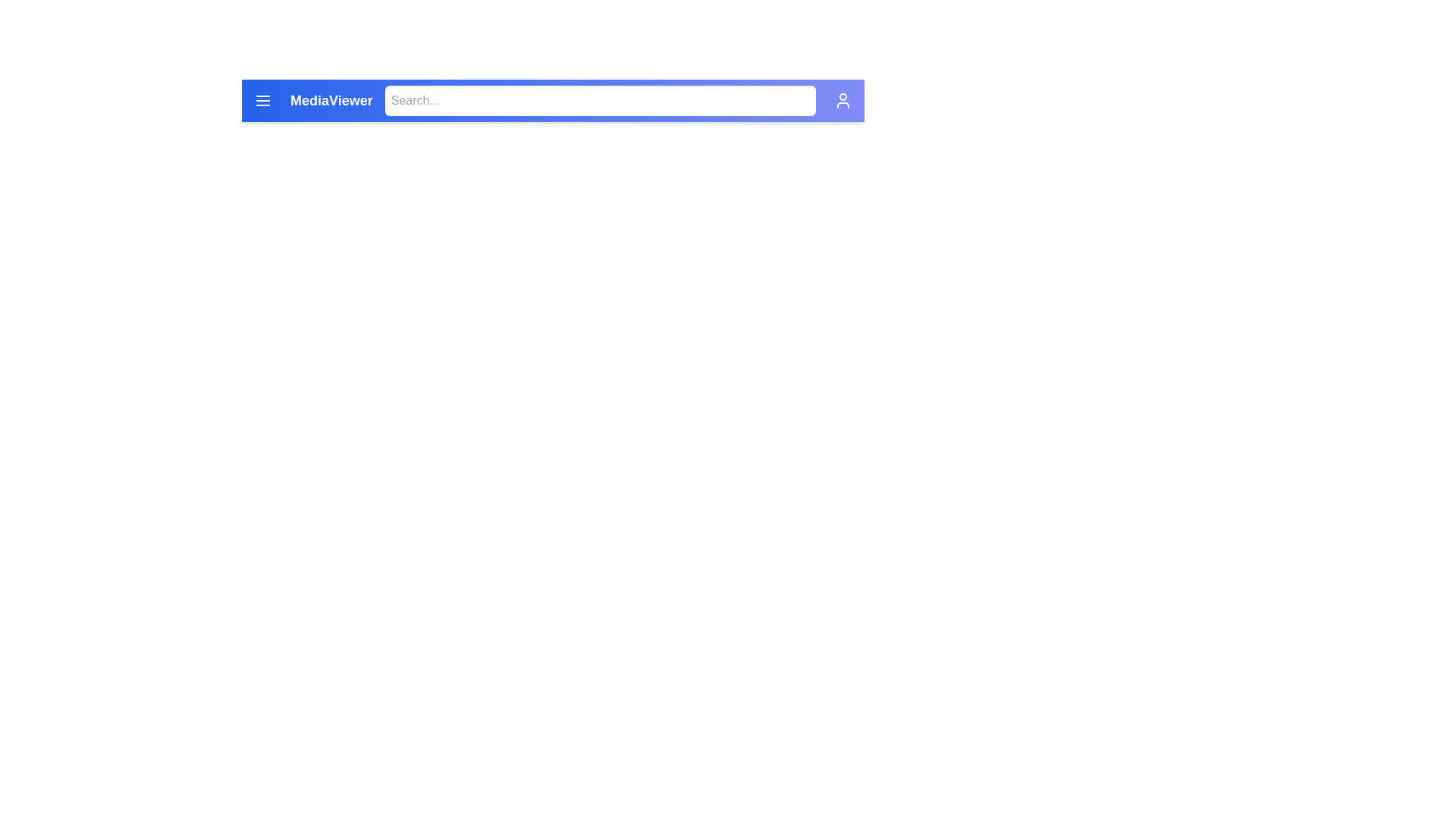 This screenshot has width=1456, height=819. I want to click on the user profile silhouette button with a blue gradient background located on the far right of the header bar, so click(843, 100).